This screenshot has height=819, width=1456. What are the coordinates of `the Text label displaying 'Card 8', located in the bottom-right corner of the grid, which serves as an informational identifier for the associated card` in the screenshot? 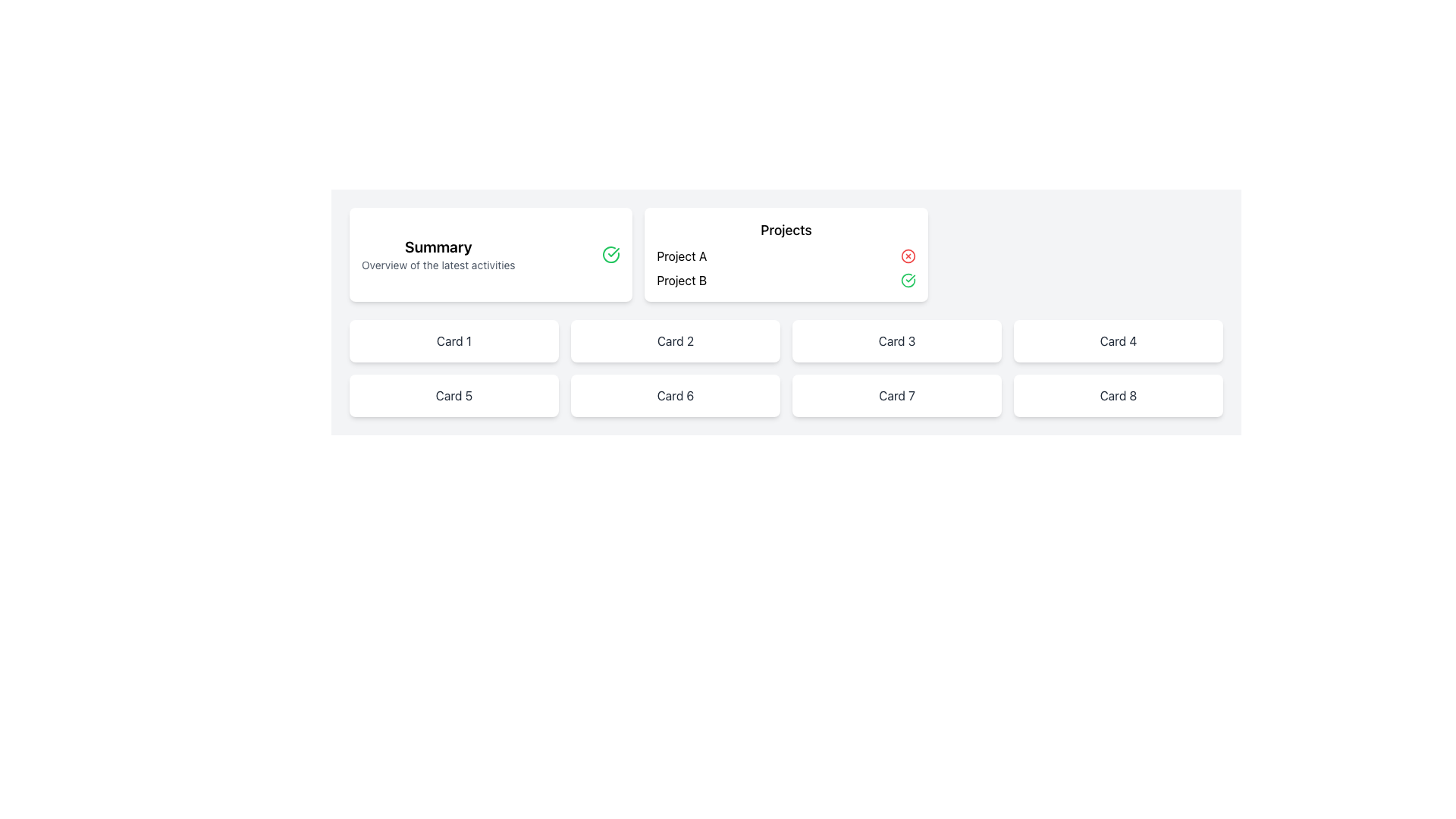 It's located at (1118, 394).